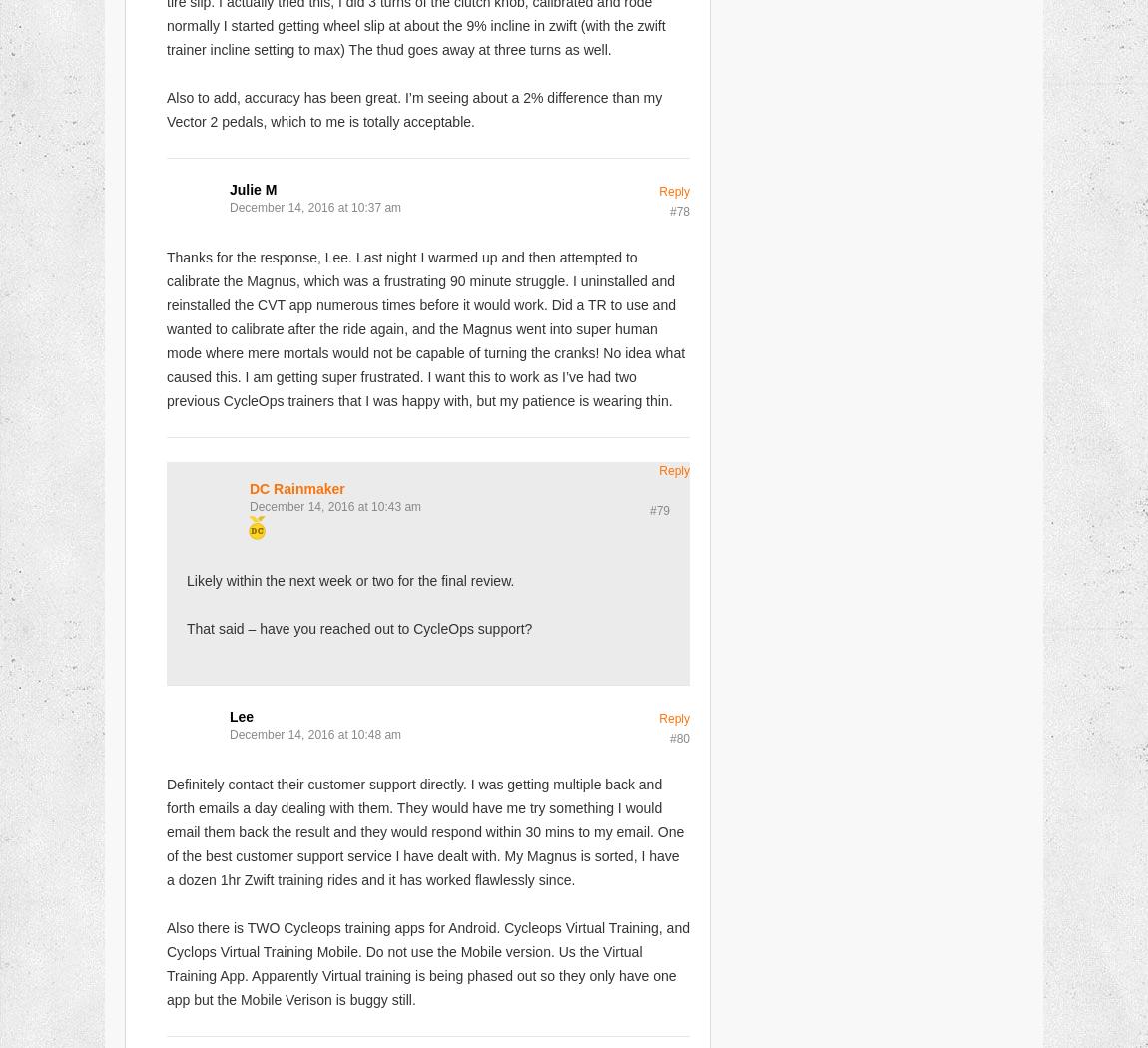 This screenshot has height=1048, width=1148. Describe the element at coordinates (425, 327) in the screenshot. I see `'Thanks for the response, Lee. Last night I warmed up and then attempted to calibrate the Magnus, which was a frustrating 90 minute struggle. I uninstalled and reinstalled the CVT app numerous times before it would work. Did a TR to use and wanted to calibrate after the ride again, and the Magnus went into super human mode where mere mortals would not be capable of turning the cranks! No idea what caused this. I am getting super frustrated. I want this to work as I’ve had two previous CycleOps trainers that I was happy with, but my patience is wearing thin.'` at that location.